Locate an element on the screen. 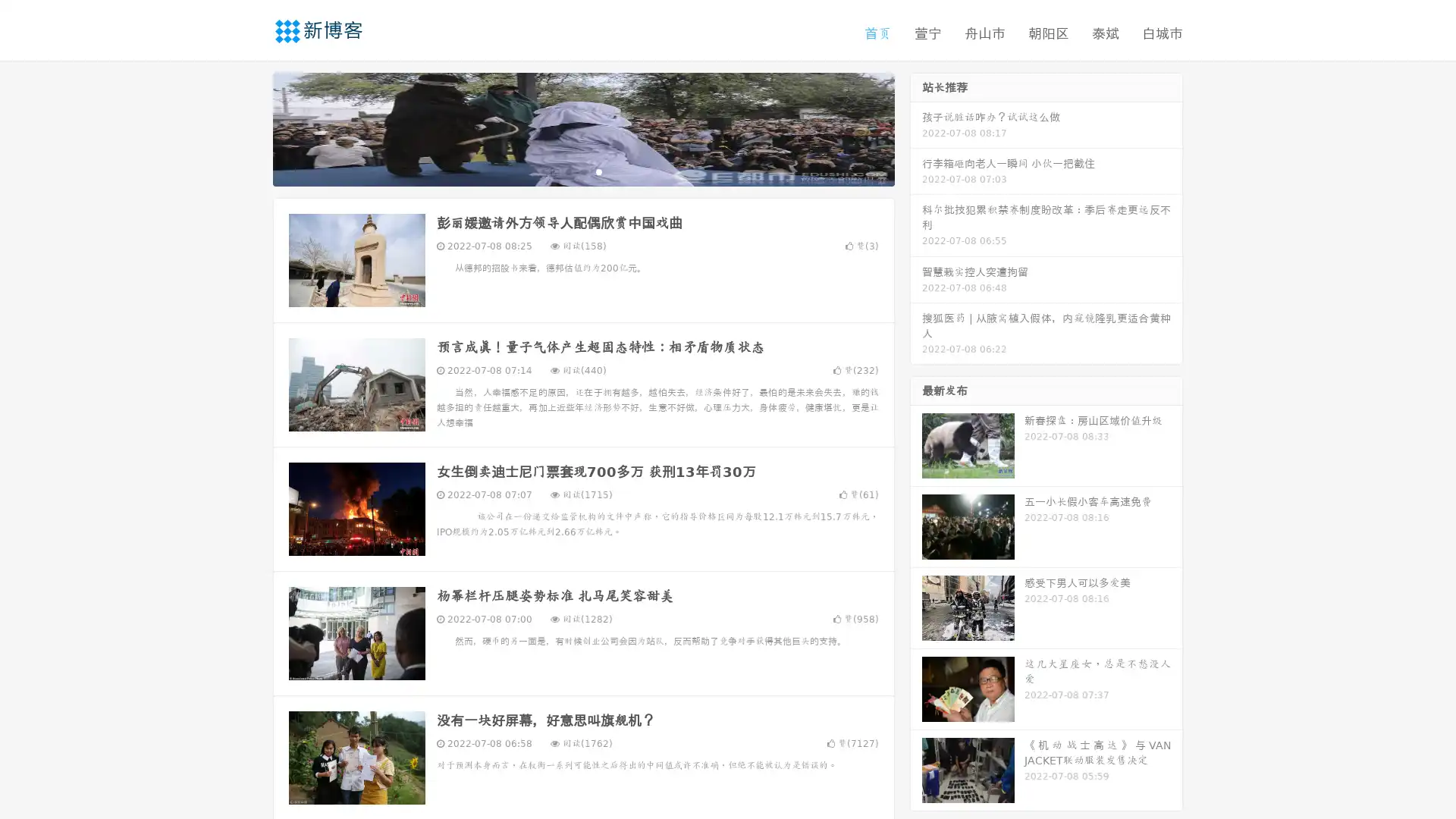 This screenshot has height=819, width=1456. Previous slide is located at coordinates (250, 127).